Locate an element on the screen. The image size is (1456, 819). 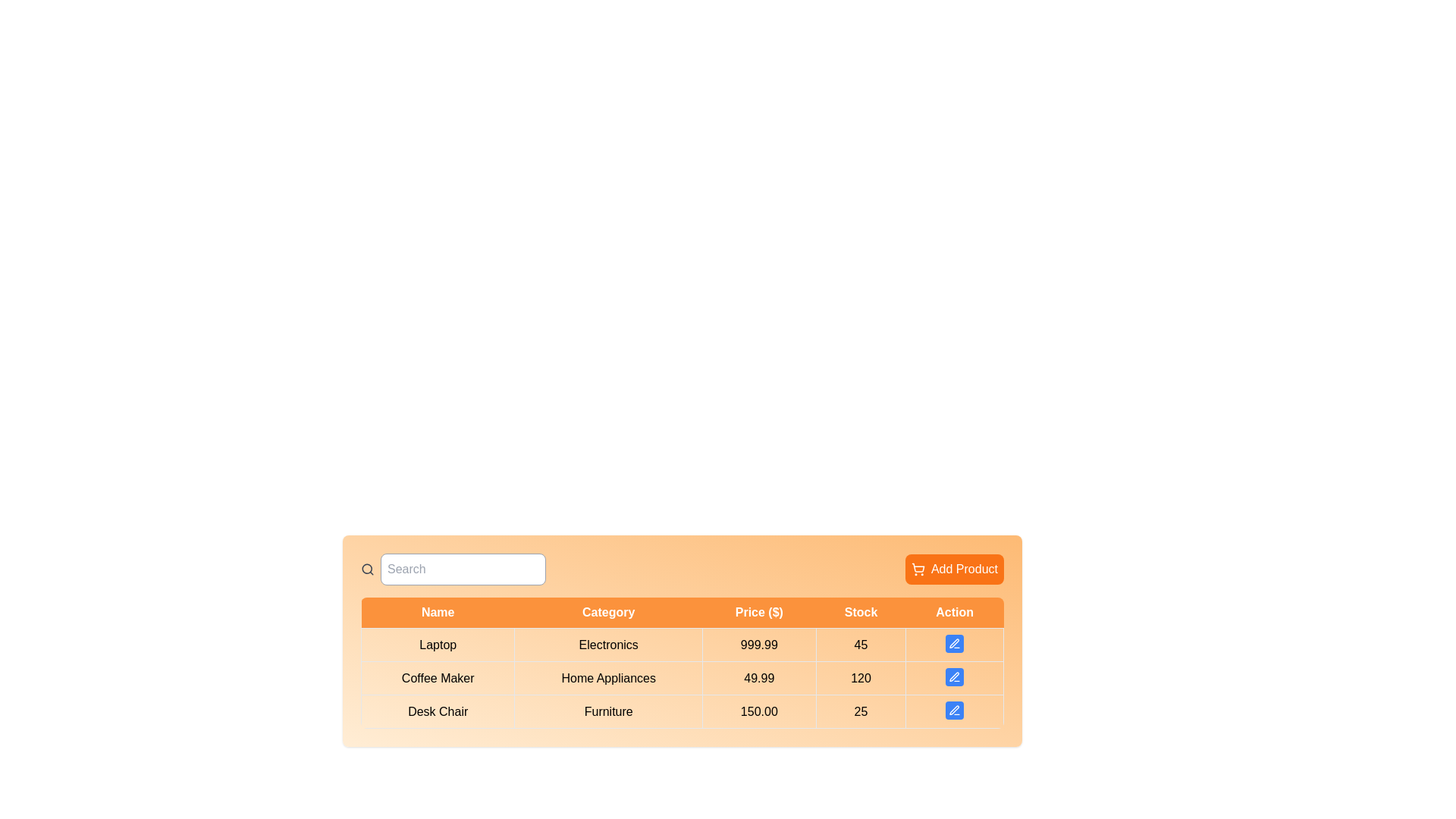
the 'Category' table header cell with an orange background to sort data by this column is located at coordinates (608, 612).